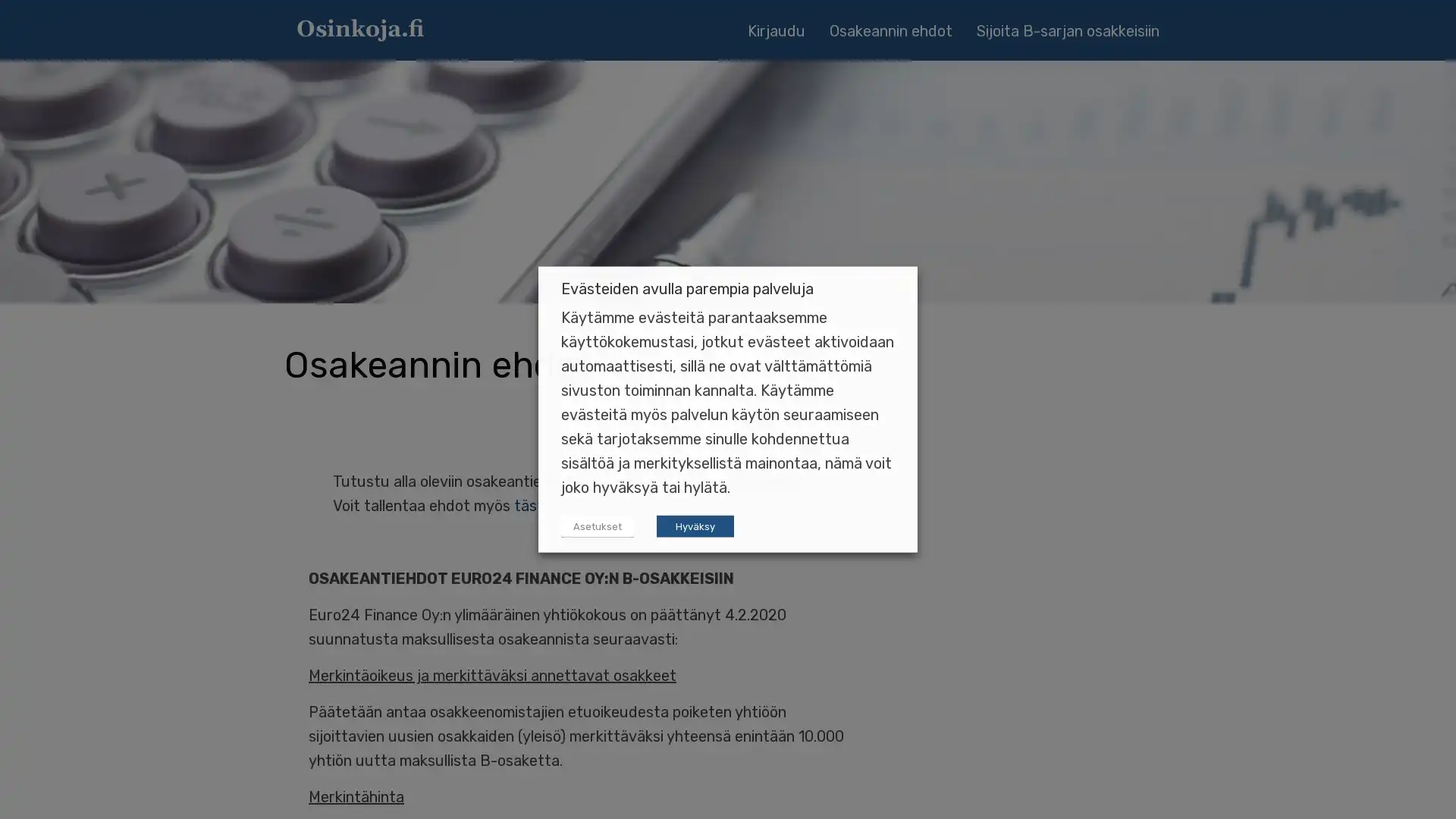 The image size is (1456, 819). What do you see at coordinates (694, 525) in the screenshot?
I see `Hyvaksy` at bounding box center [694, 525].